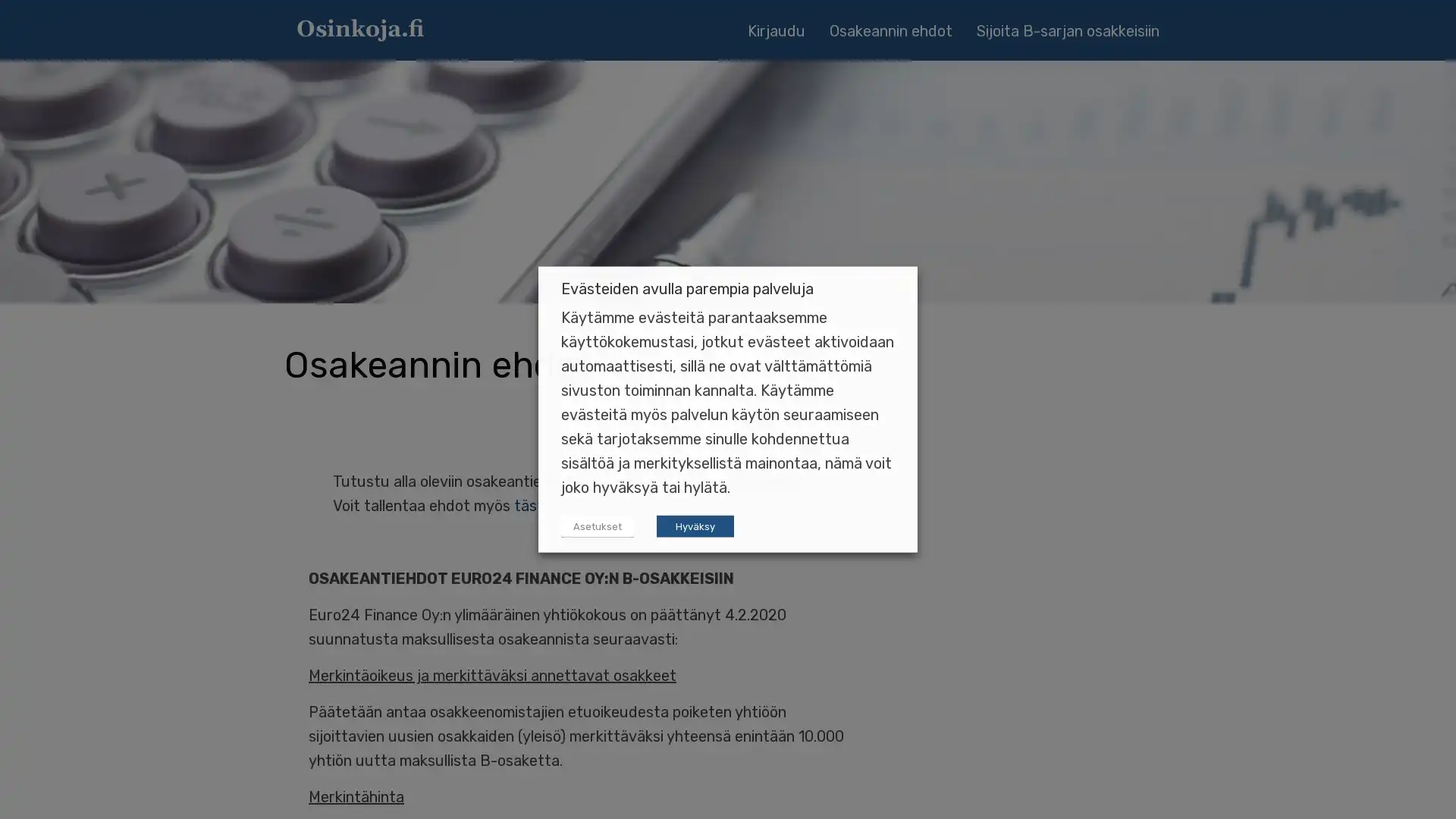 The image size is (1456, 819). What do you see at coordinates (694, 525) in the screenshot?
I see `Hyvaksy` at bounding box center [694, 525].